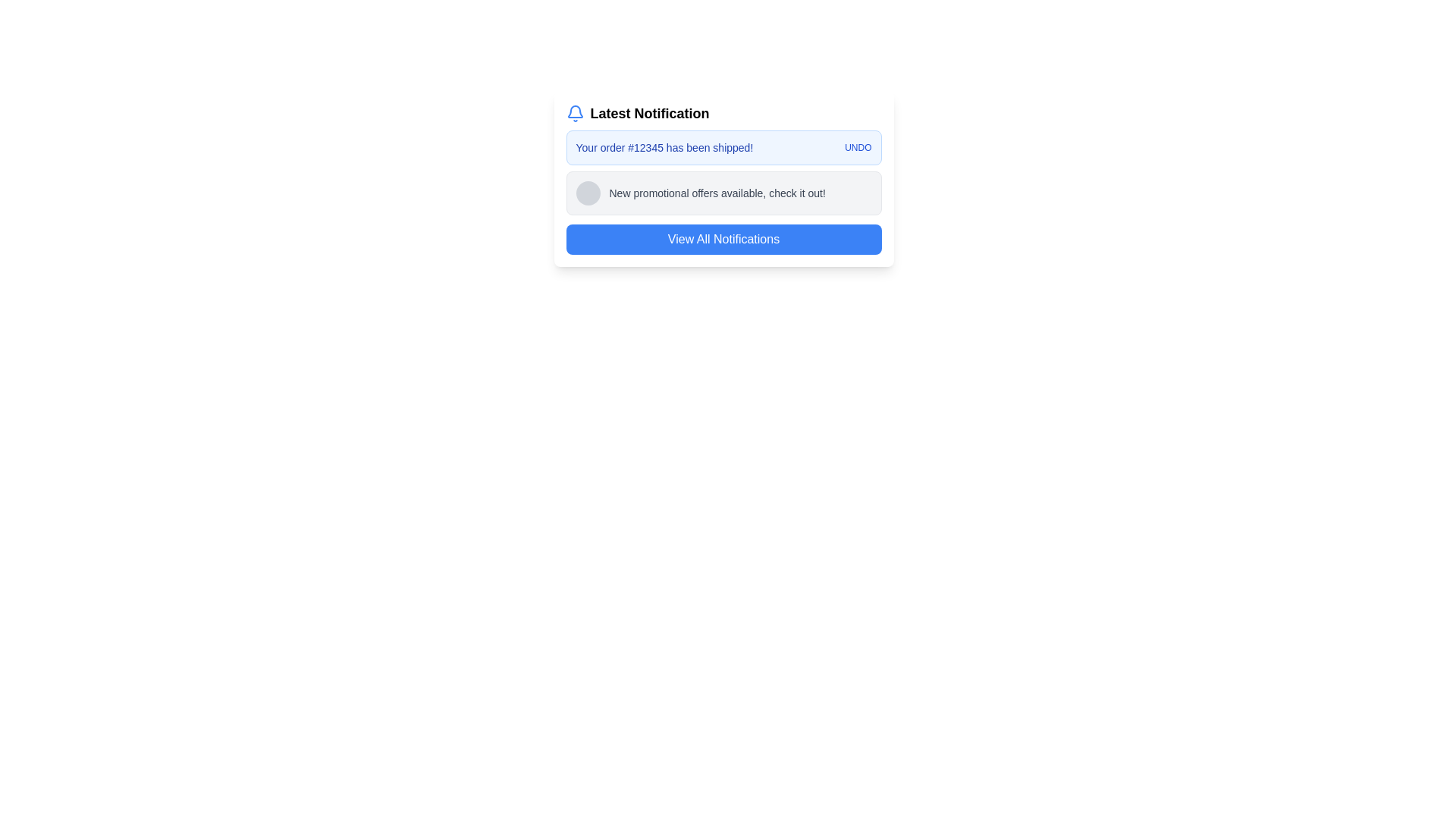  I want to click on the notification icon located in the top-left corner of the 'Latest Notification' box, which serves as a visual indicator for notifications, so click(574, 113).